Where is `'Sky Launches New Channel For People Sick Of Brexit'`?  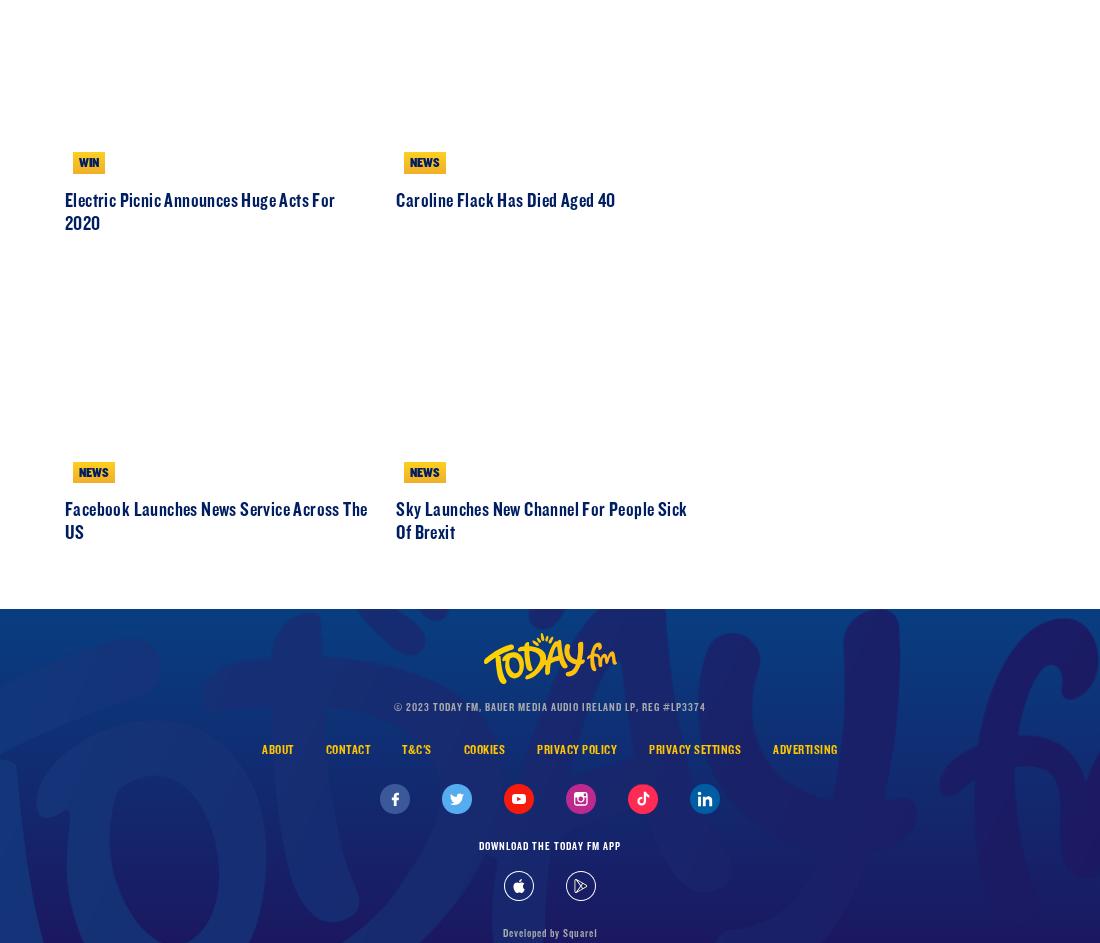 'Sky Launches New Channel For People Sick Of Brexit' is located at coordinates (541, 604).